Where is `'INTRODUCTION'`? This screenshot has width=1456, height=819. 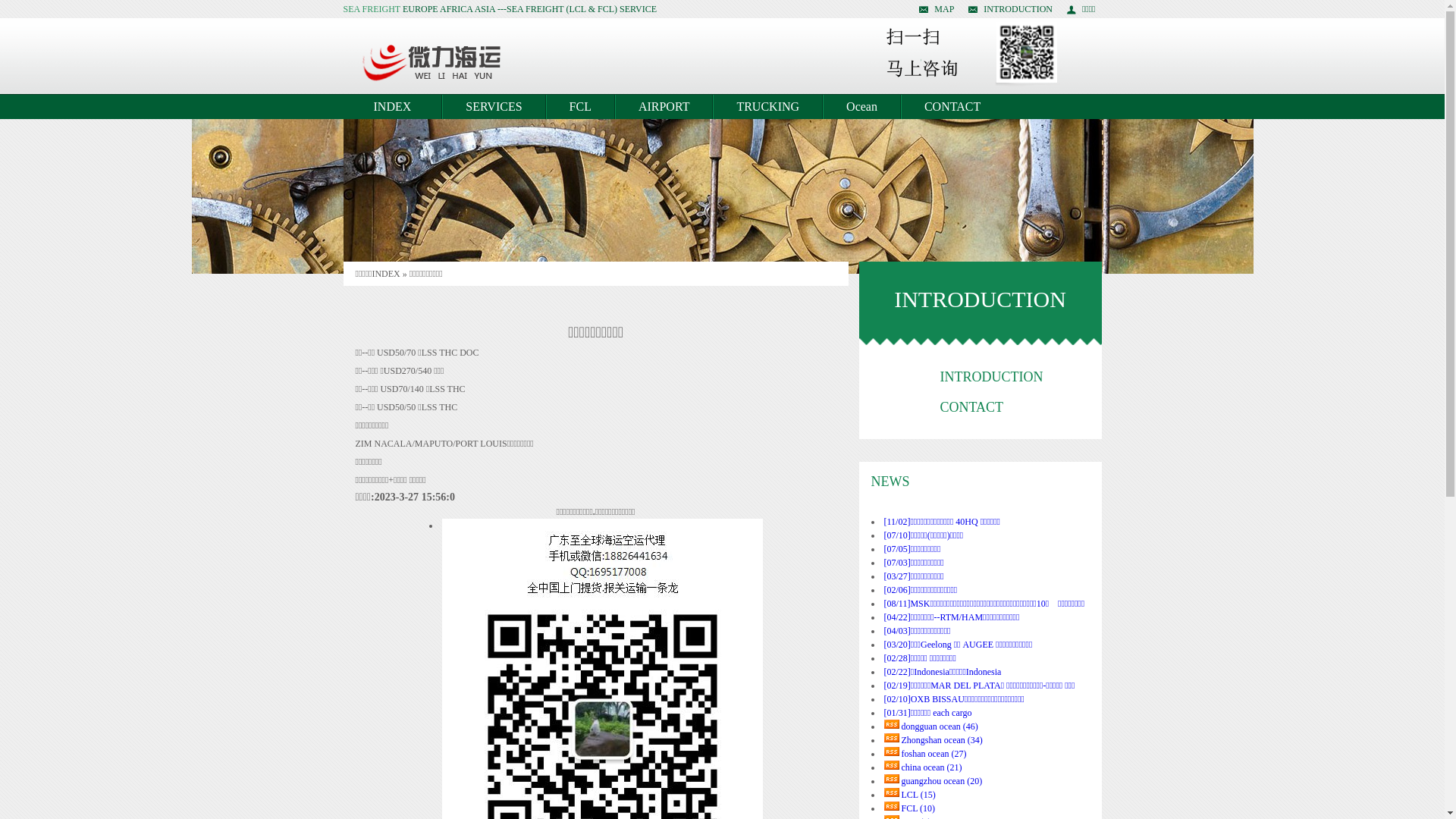
'INTRODUCTION' is located at coordinates (992, 376).